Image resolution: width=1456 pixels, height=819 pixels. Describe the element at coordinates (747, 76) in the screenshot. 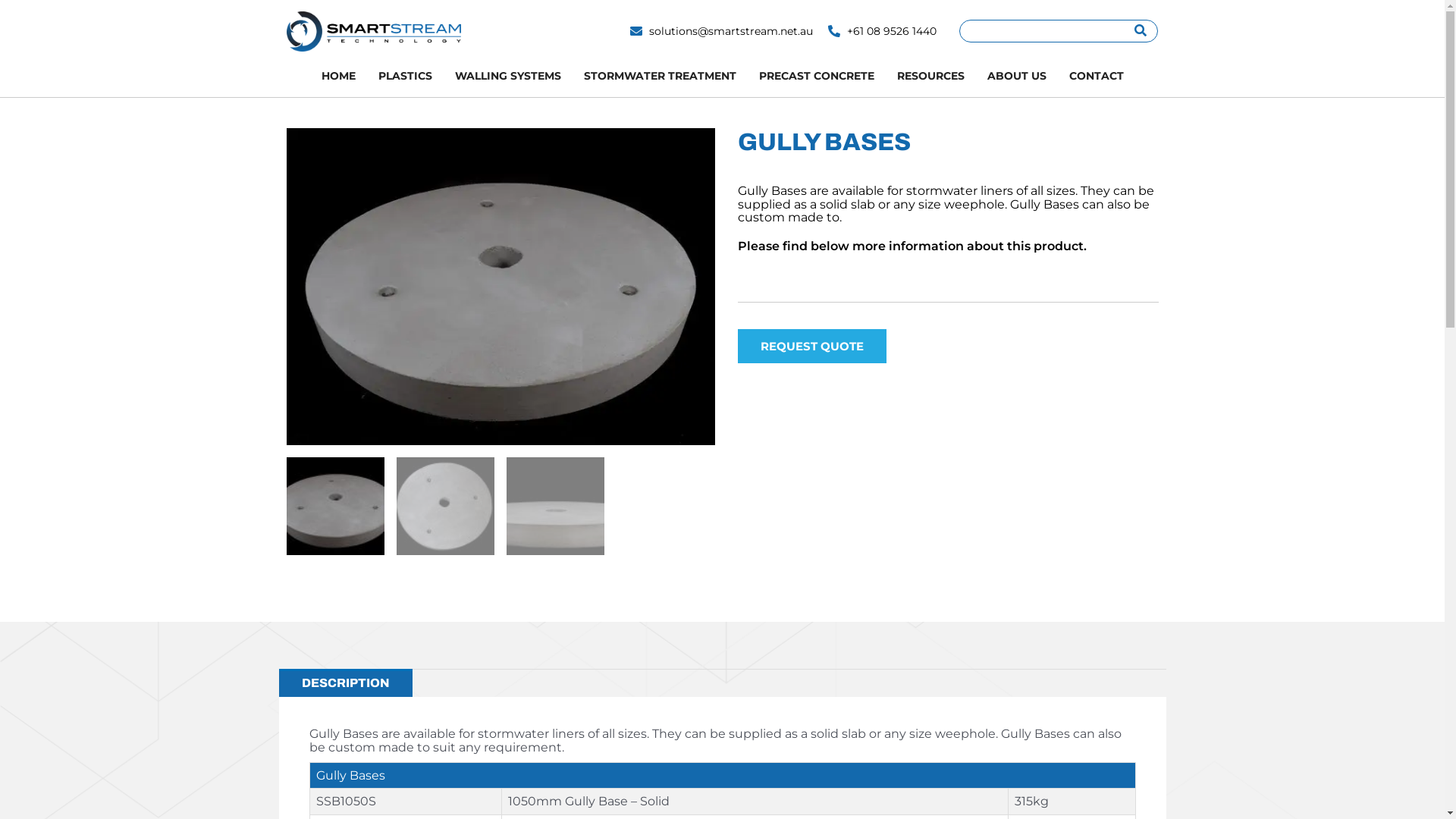

I see `'PRECAST CONCRETE'` at that location.